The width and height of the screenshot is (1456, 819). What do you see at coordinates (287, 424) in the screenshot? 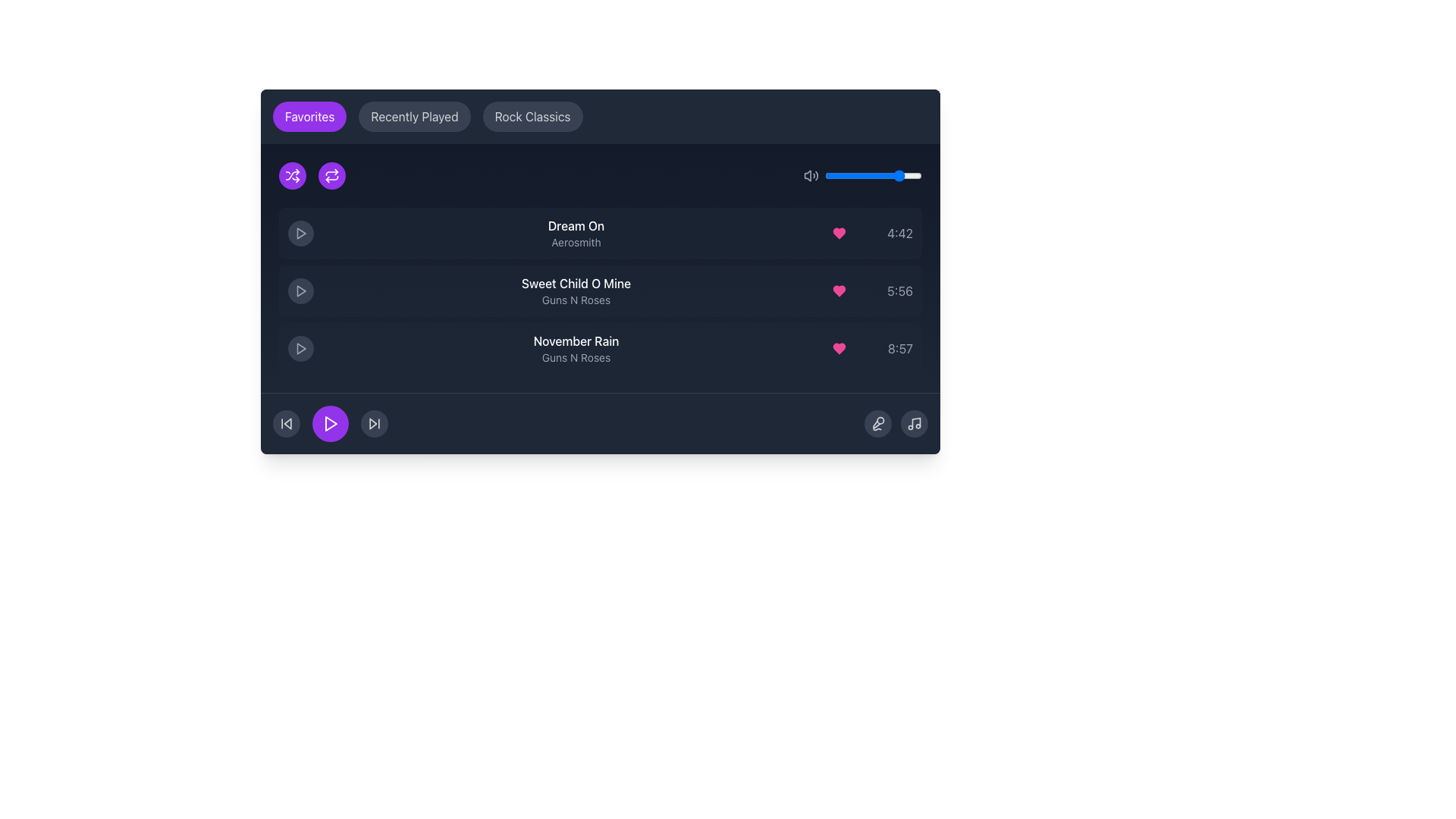
I see `the inner polygon representing the backward skip functionality in the music player, located to the left of the play button` at bounding box center [287, 424].